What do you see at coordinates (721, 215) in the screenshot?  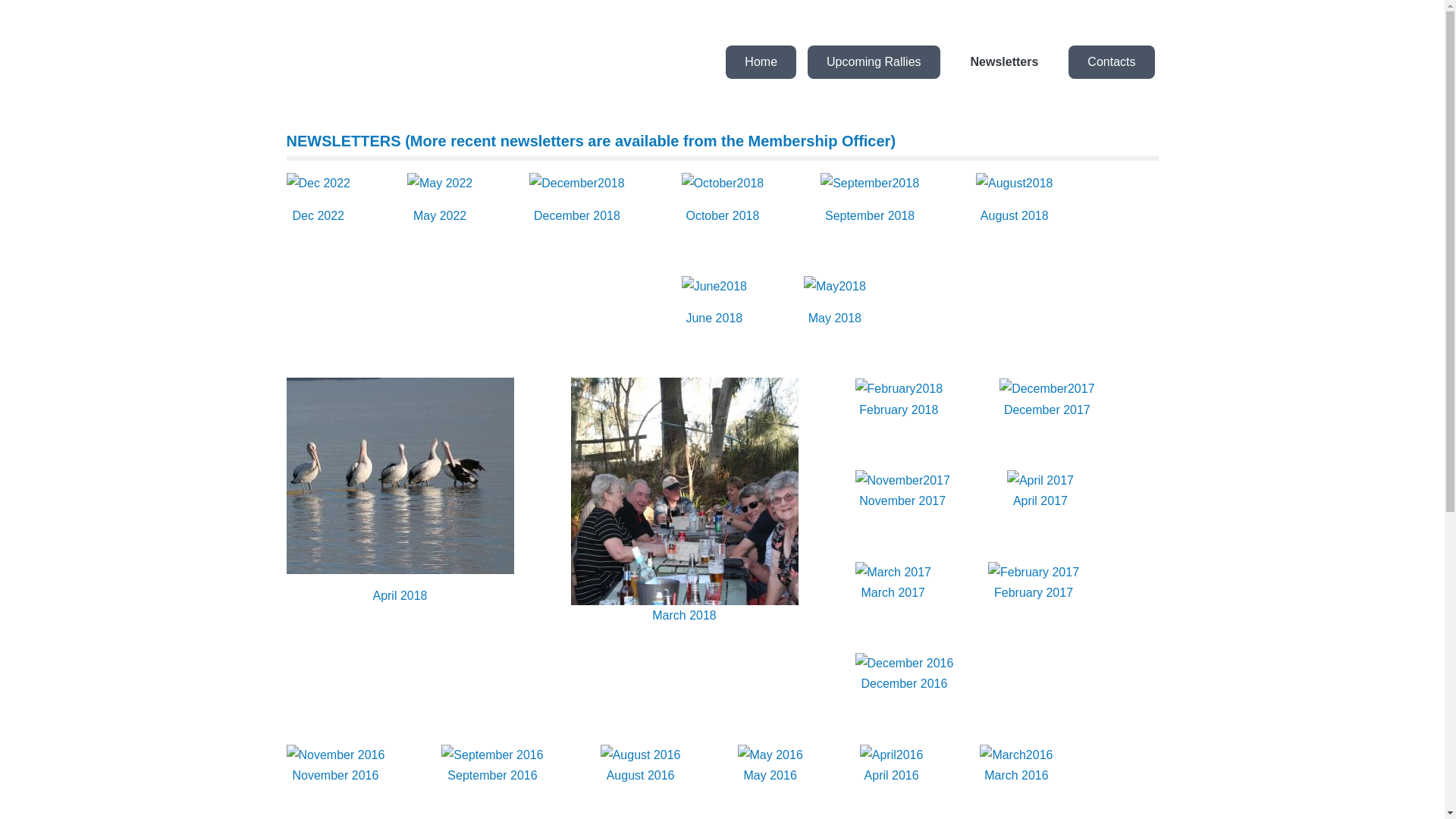 I see `'October 2018'` at bounding box center [721, 215].